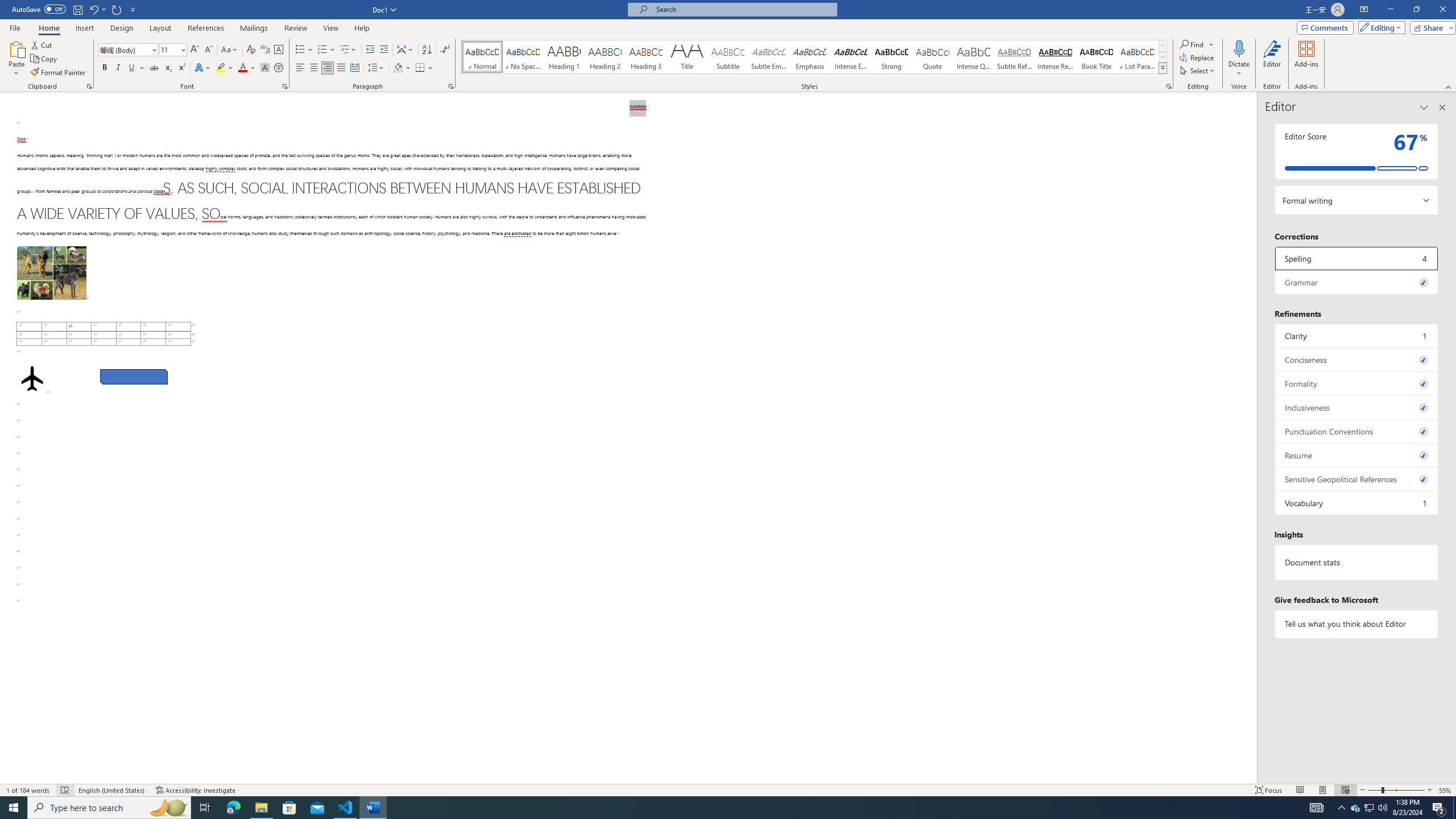  What do you see at coordinates (1356, 383) in the screenshot?
I see `'Formality, 0 issues. Press space or enter to review items.'` at bounding box center [1356, 383].